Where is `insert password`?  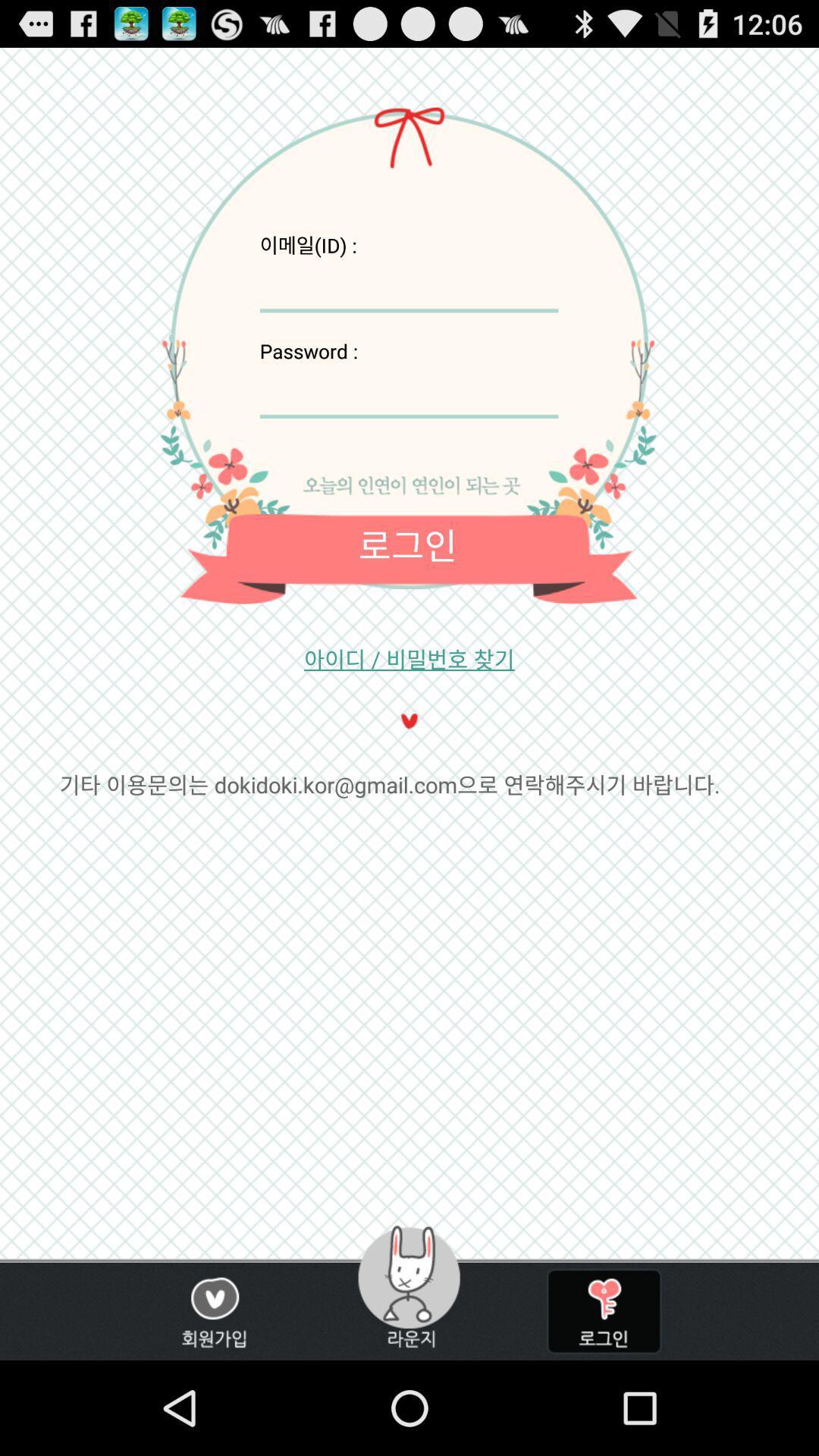
insert password is located at coordinates (408, 391).